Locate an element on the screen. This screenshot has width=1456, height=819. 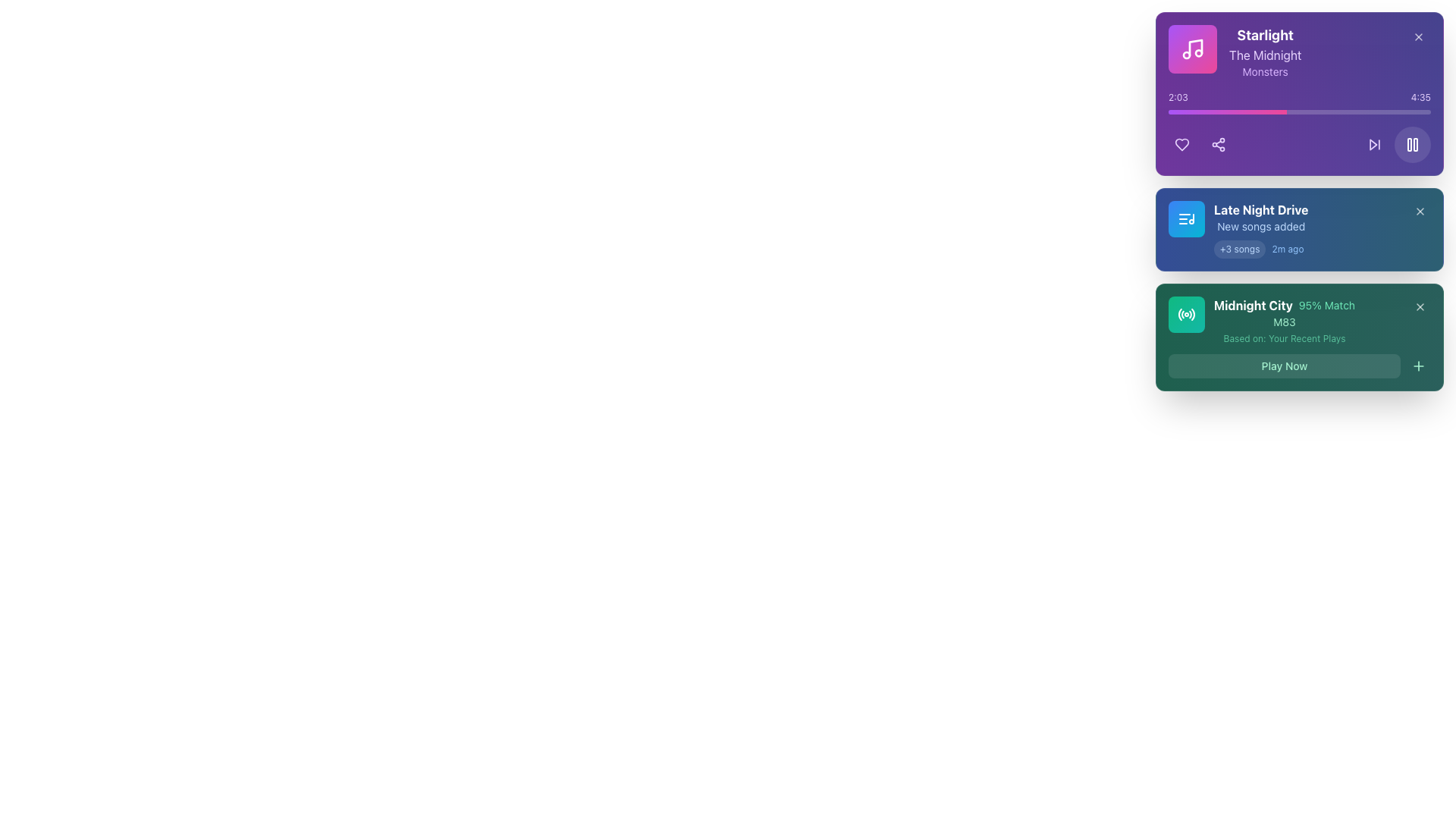
the static text label displaying '95% Match' in emerald green color, located next to the 'Midnight City' song card header is located at coordinates (1326, 305).